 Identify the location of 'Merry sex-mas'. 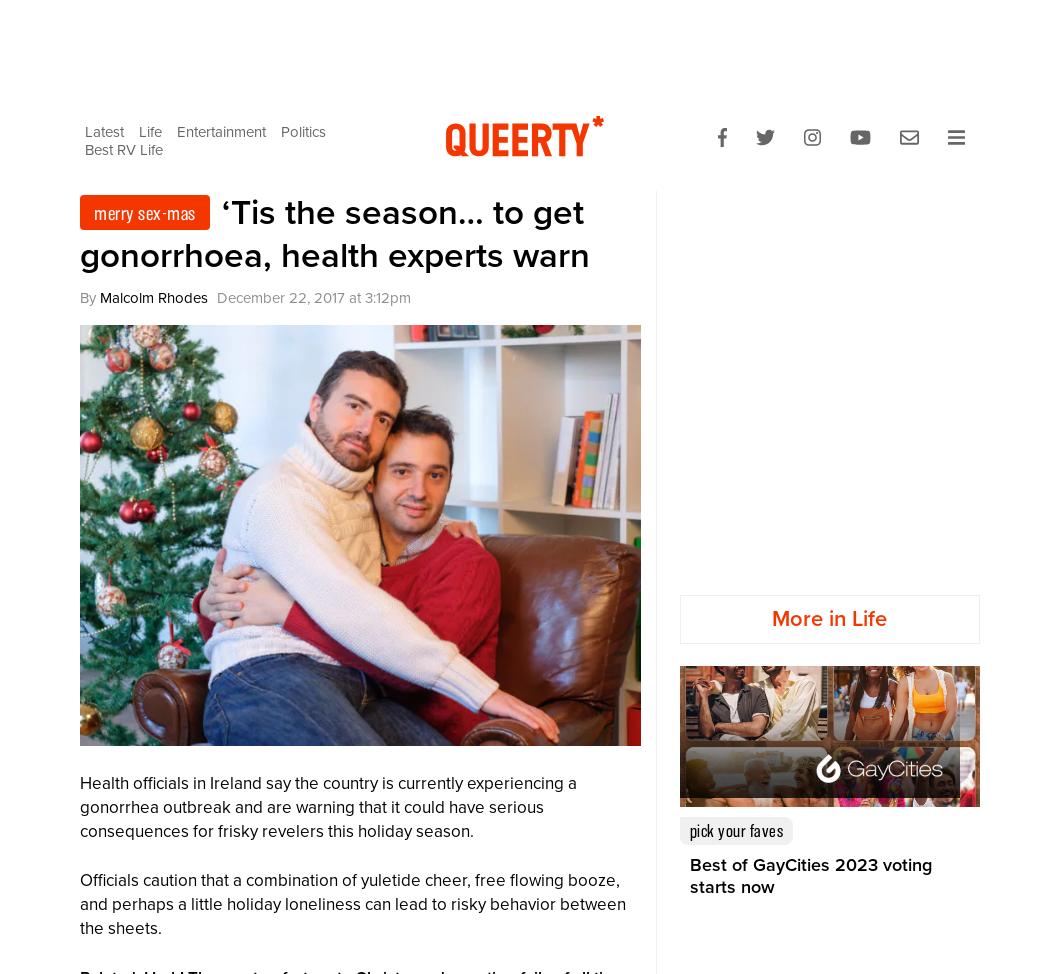
(93, 212).